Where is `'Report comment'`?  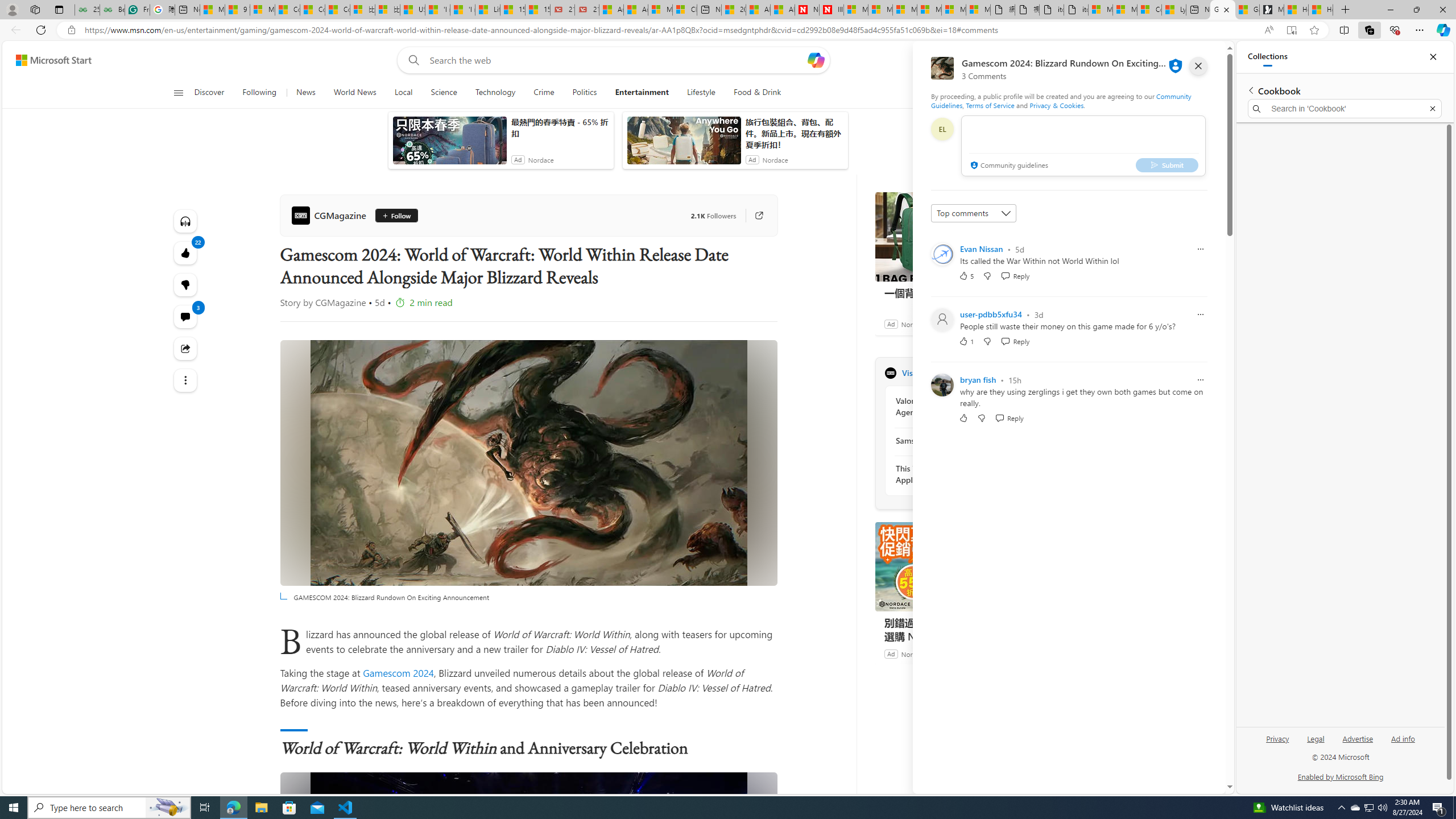 'Report comment' is located at coordinates (1199, 379).